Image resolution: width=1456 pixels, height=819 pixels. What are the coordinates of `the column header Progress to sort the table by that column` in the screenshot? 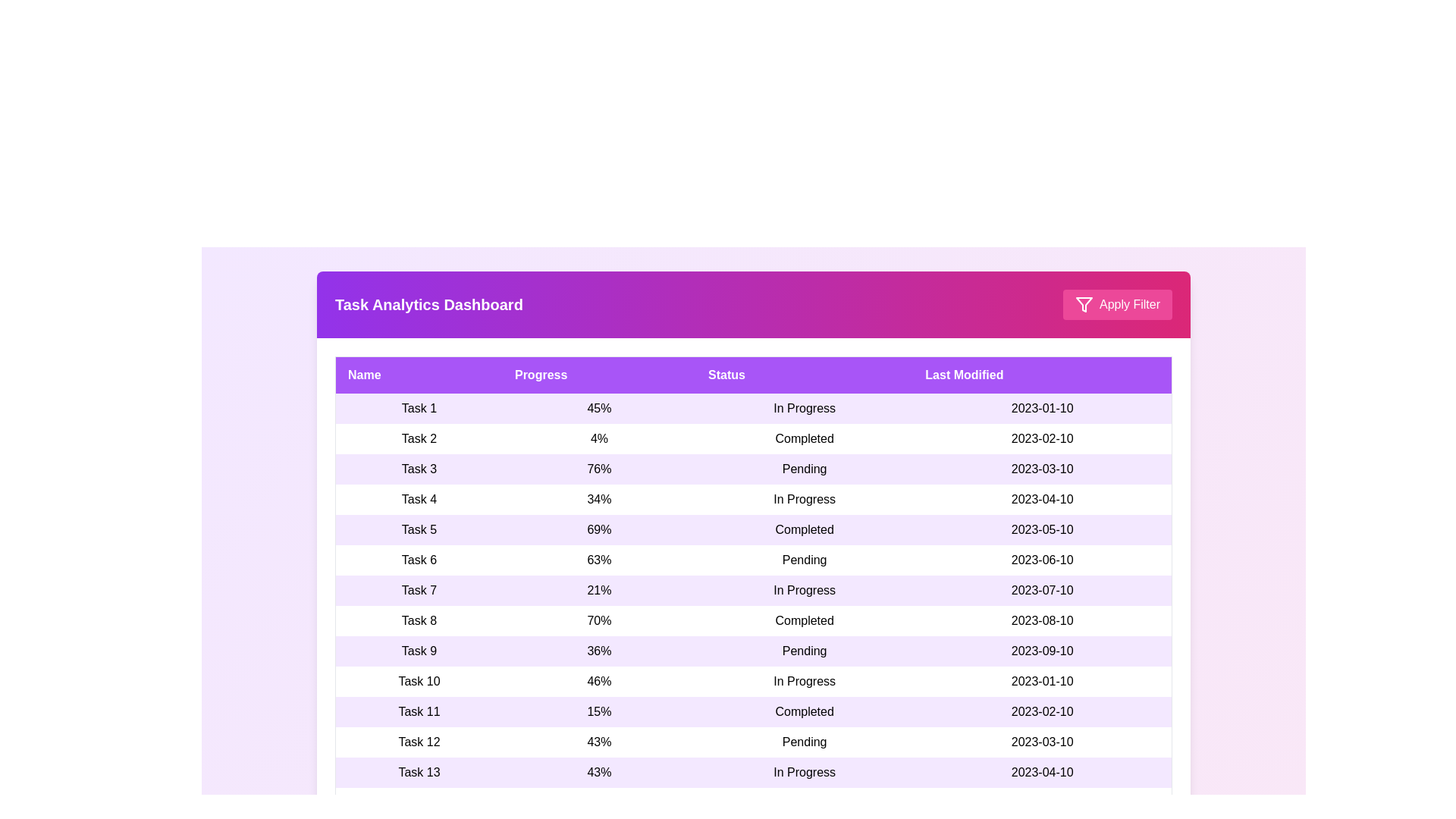 It's located at (598, 375).